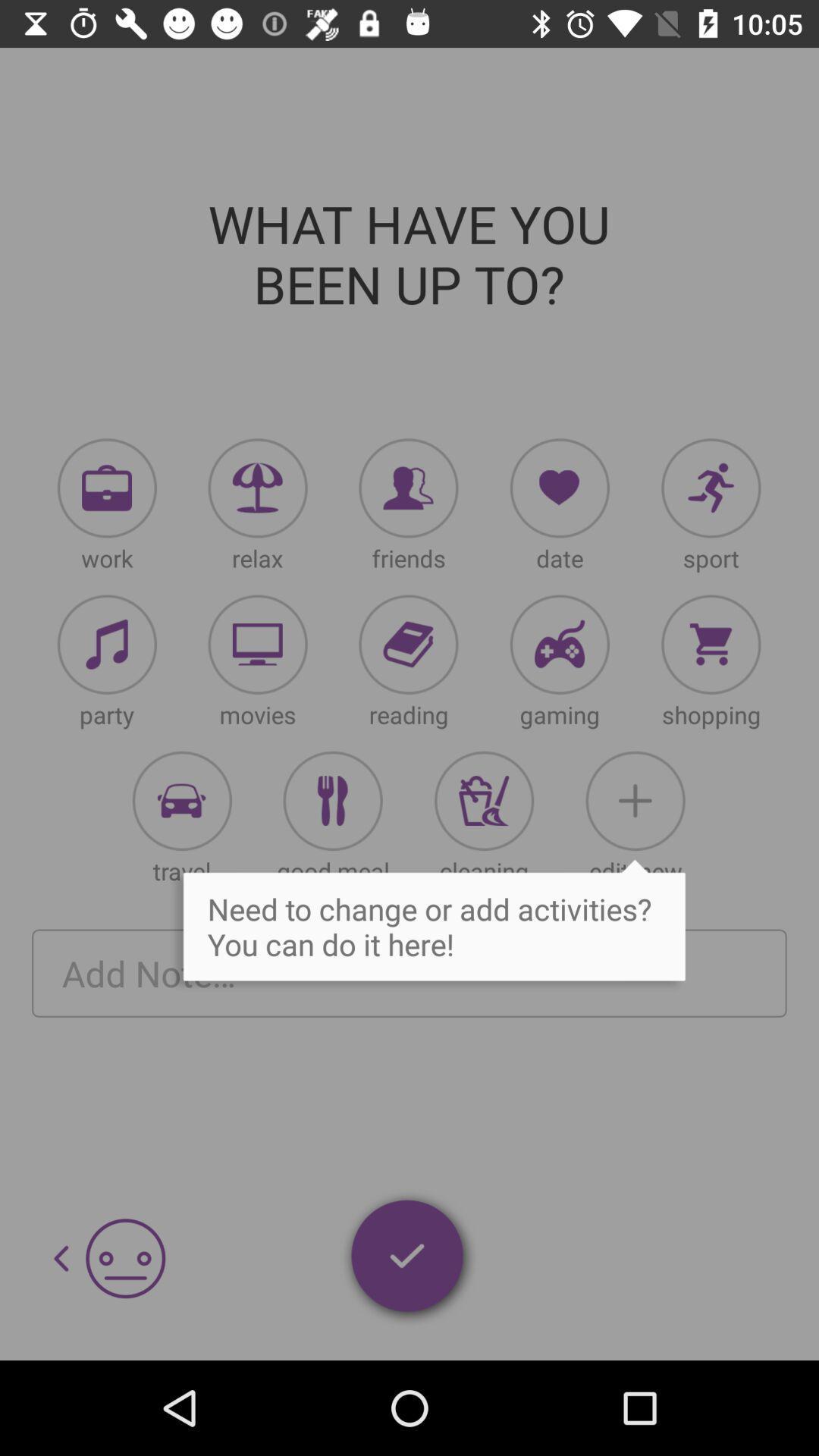  I want to click on tab to food toggle to restaurants, so click(332, 800).